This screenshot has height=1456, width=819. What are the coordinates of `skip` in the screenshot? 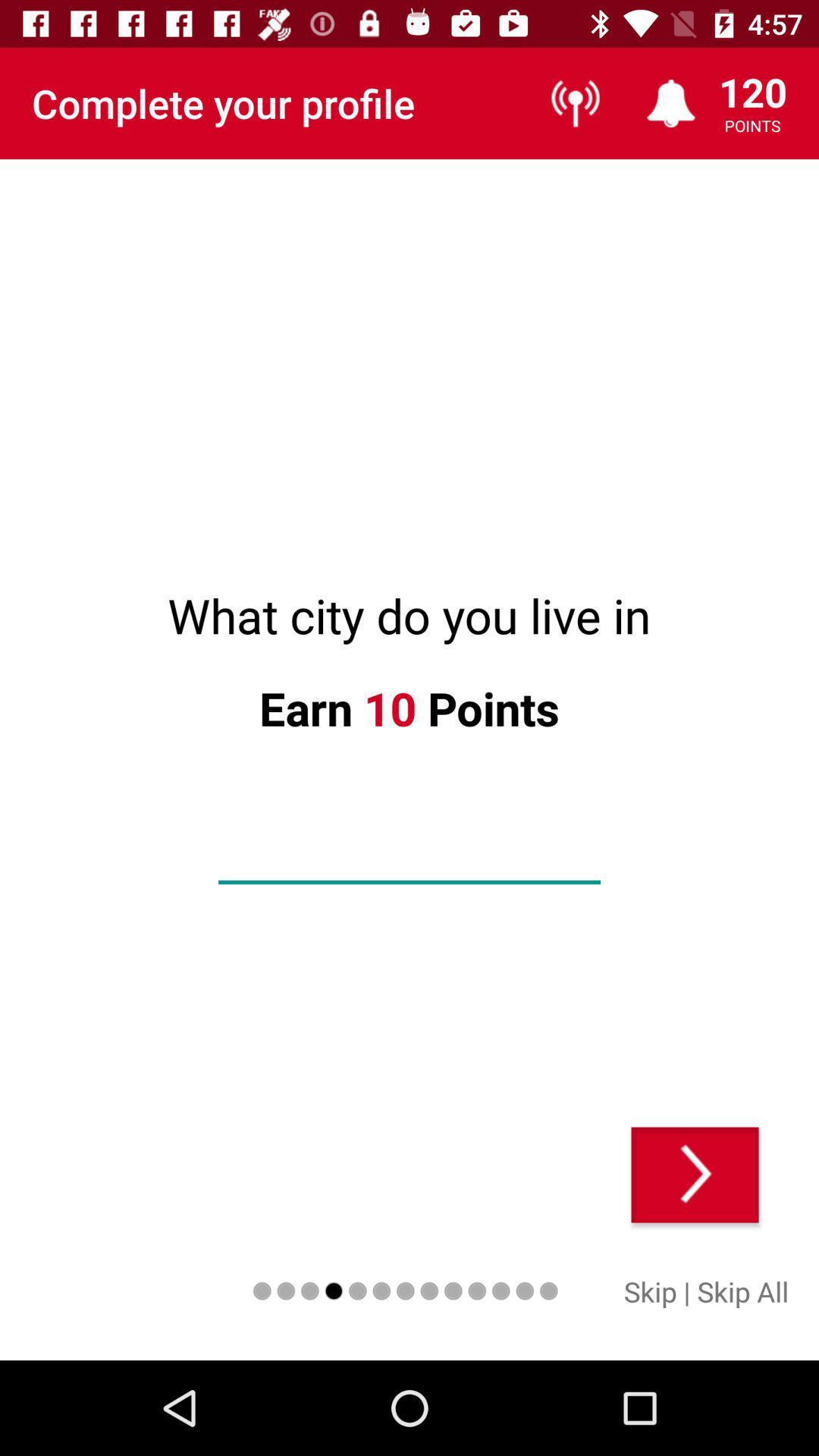 It's located at (649, 1291).